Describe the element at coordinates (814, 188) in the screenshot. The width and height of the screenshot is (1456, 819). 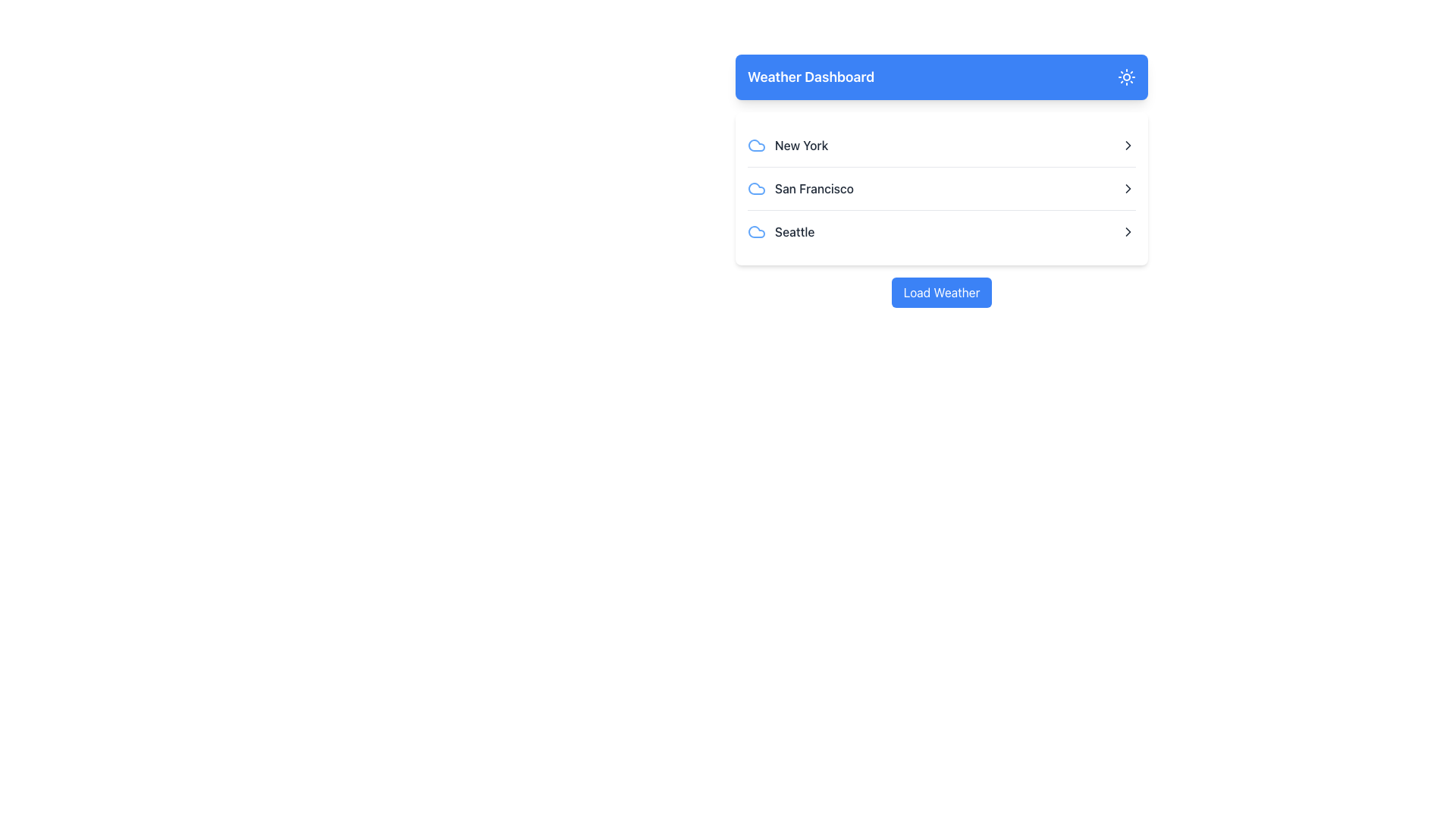
I see `the Text label identifying the selectable option for the city in the weather UI, located in the second row of the vertical list` at that location.